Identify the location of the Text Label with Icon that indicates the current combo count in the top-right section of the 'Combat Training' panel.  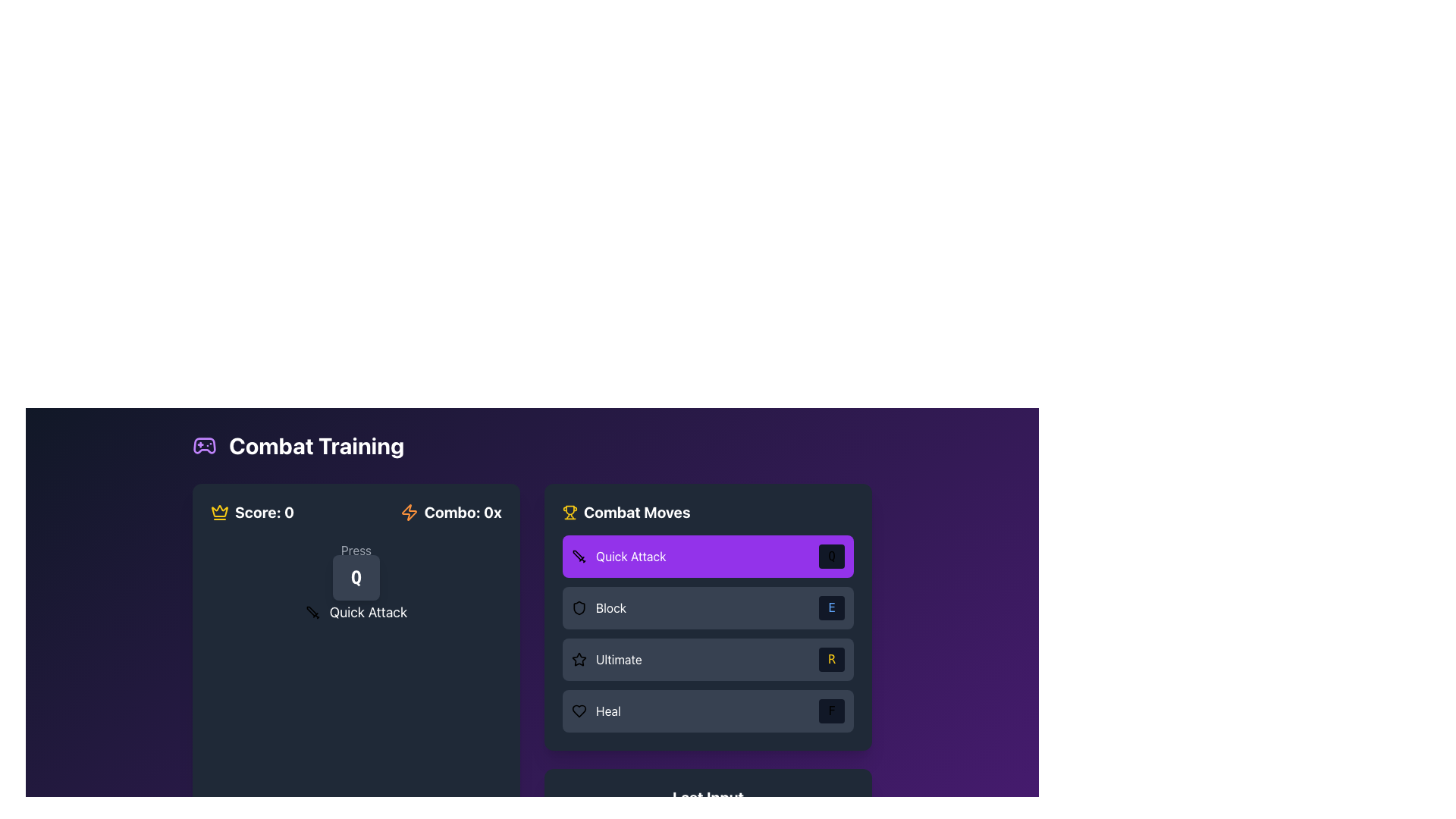
(450, 512).